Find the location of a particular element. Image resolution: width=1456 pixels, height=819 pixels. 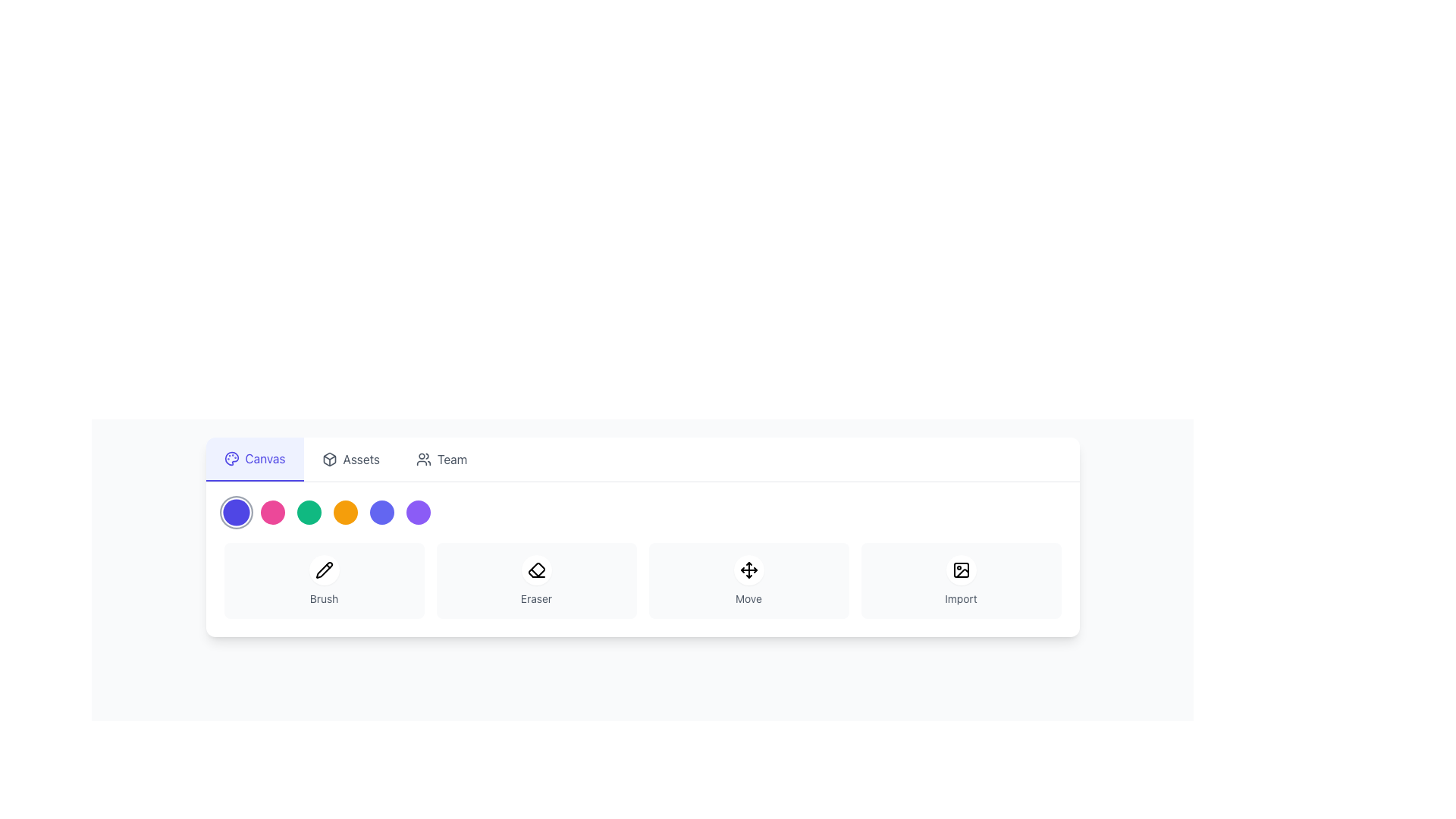

the minimalistic group of people icon in the navigation bar, located to the left of the 'Team' tab is located at coordinates (424, 458).